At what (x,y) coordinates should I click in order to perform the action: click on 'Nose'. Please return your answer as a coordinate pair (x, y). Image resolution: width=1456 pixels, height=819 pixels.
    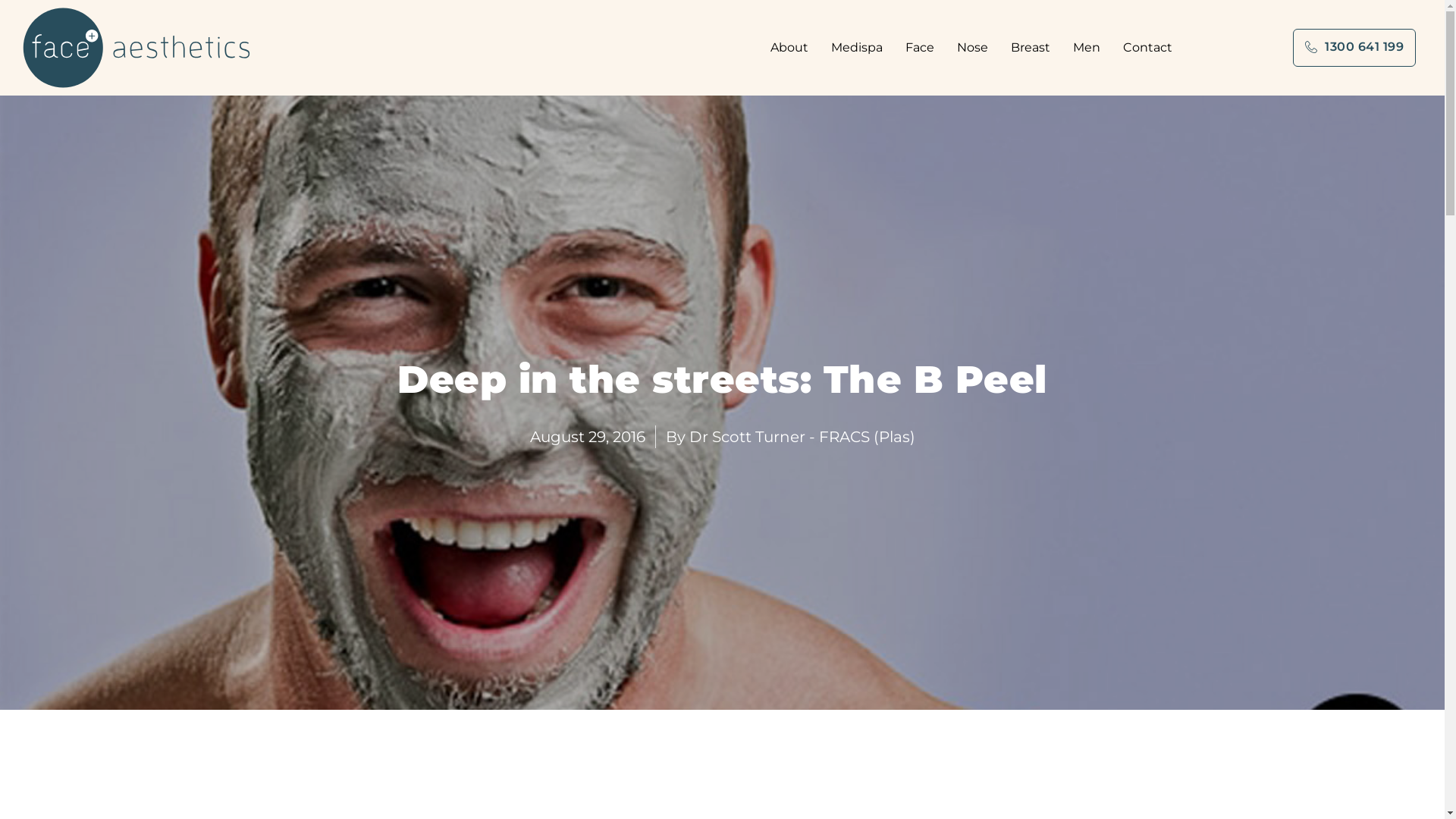
    Looking at the image, I should click on (976, 46).